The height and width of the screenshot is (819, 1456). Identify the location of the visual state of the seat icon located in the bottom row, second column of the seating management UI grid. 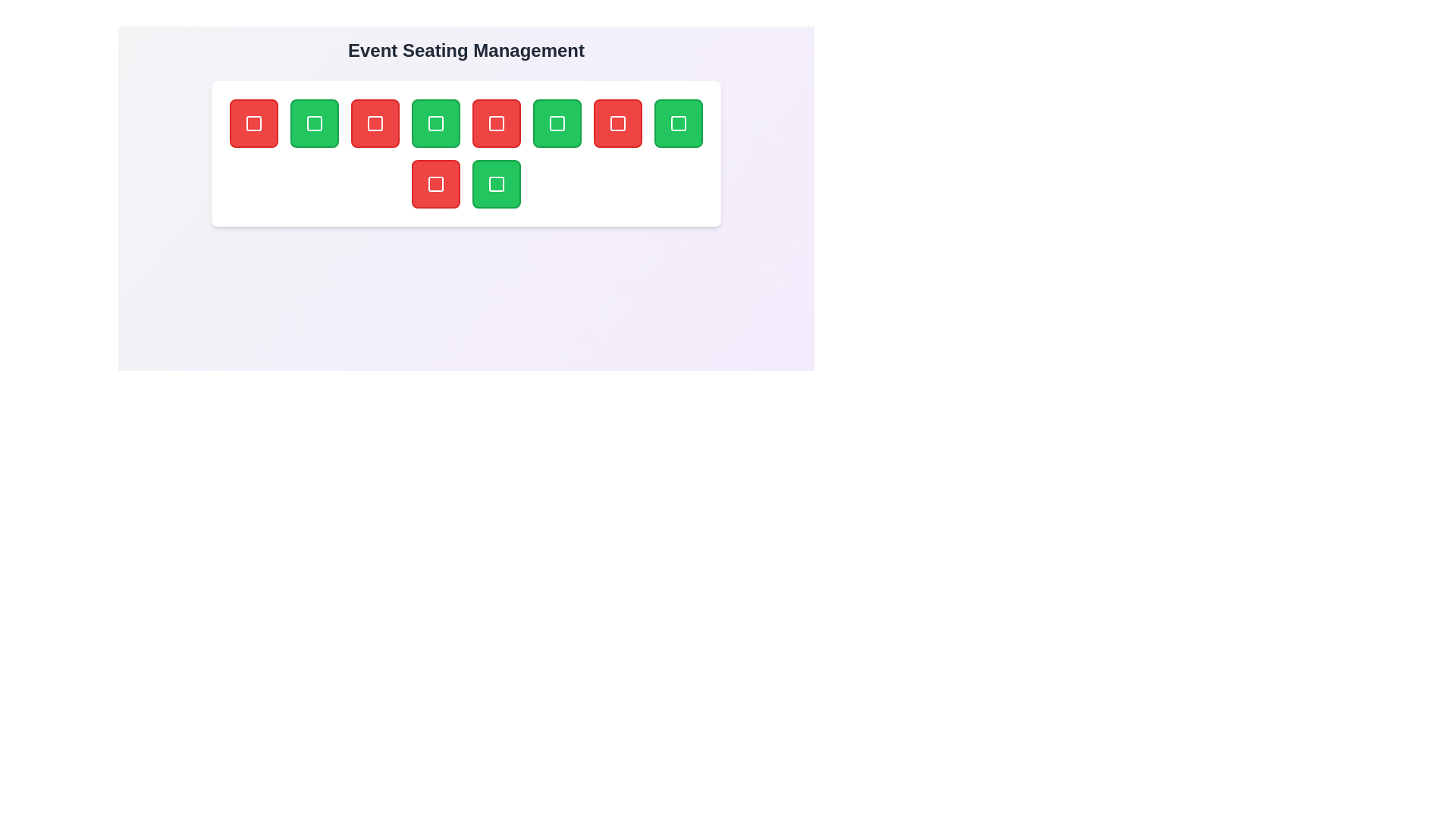
(435, 184).